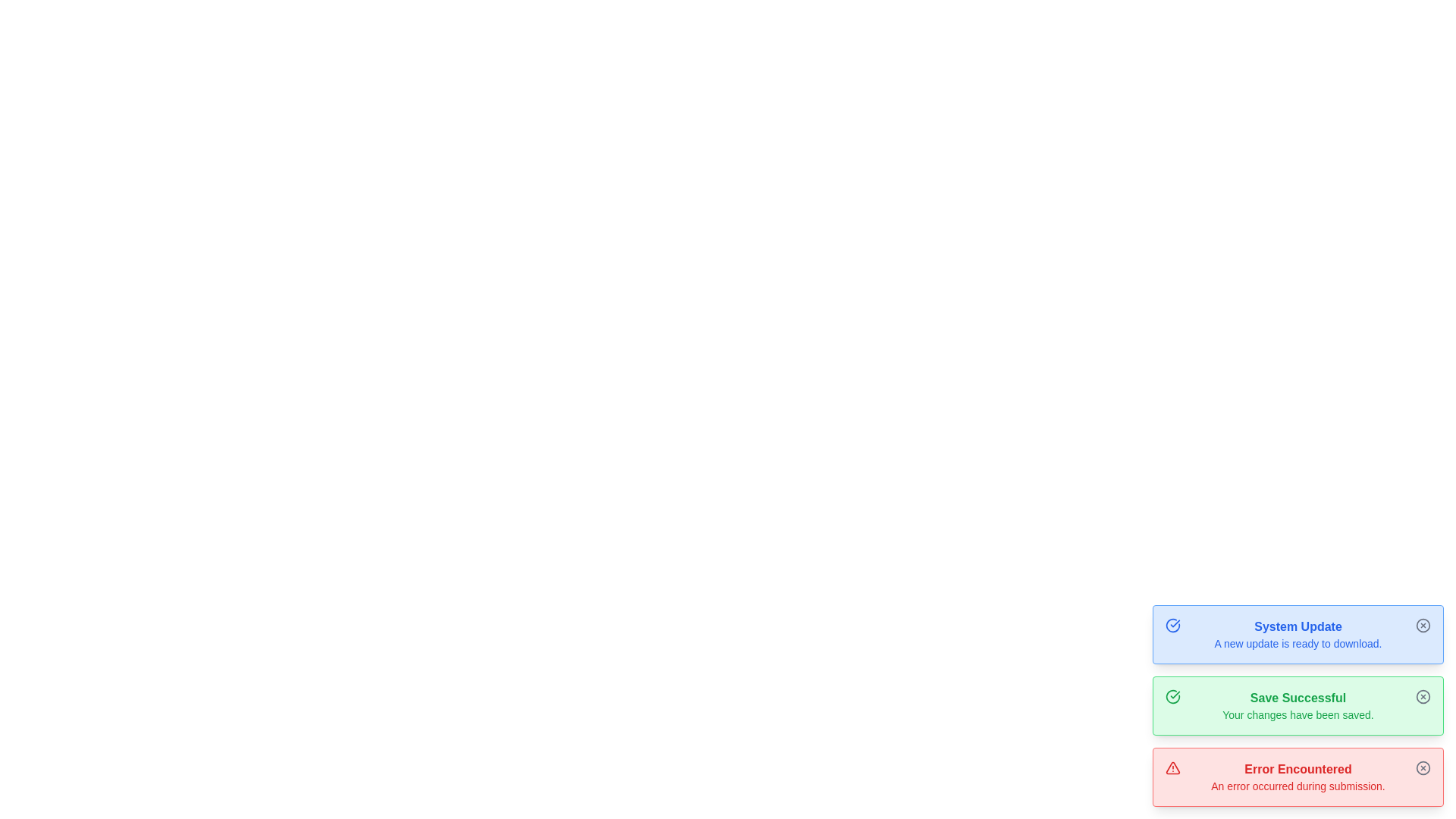  I want to click on notification message displayed in the main textual content of the first blue notification card located at the bottom-right corner of the interface, so click(1298, 635).